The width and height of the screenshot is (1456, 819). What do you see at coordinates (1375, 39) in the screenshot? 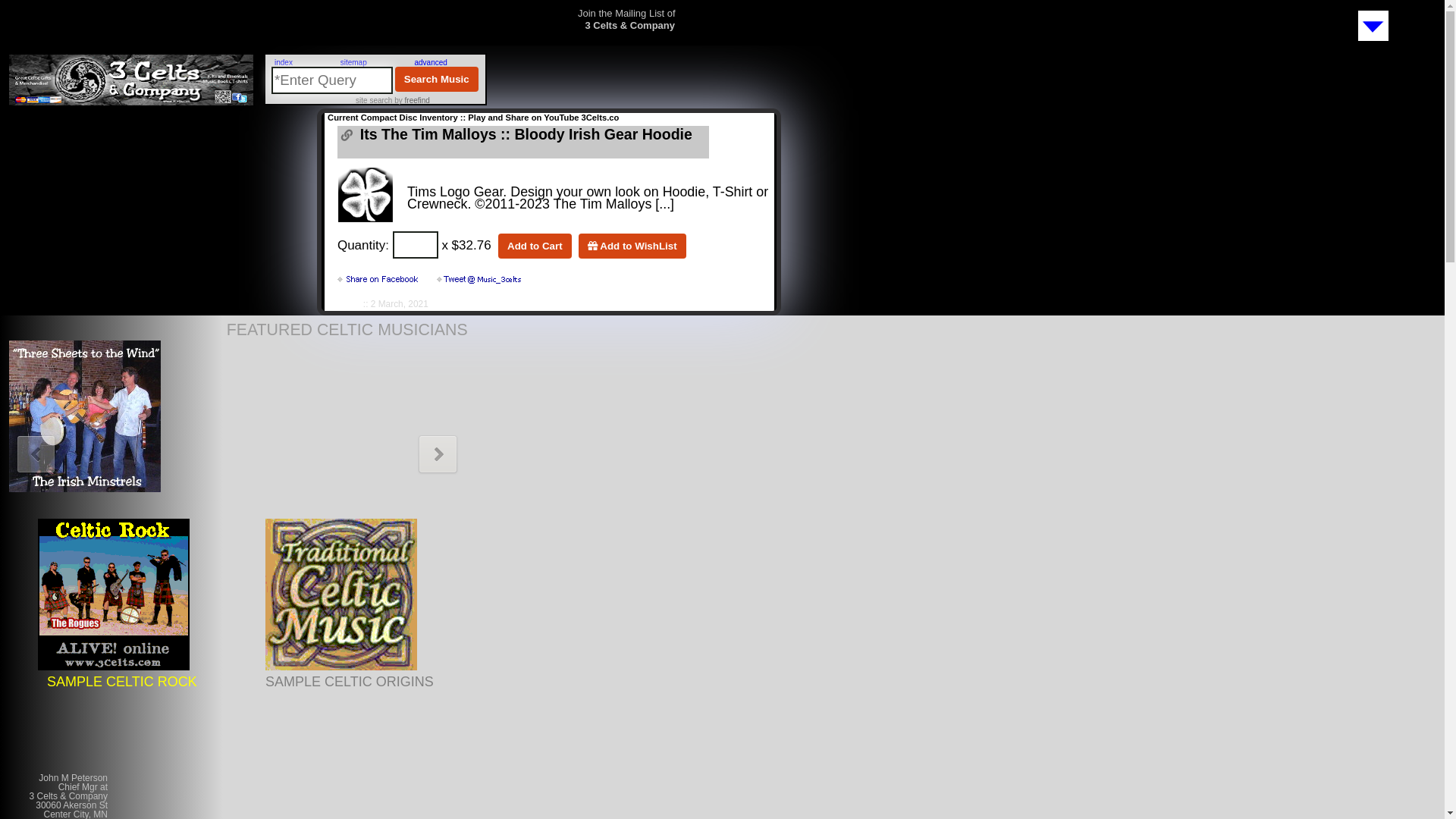
I see `'Subscribe to Mailing List'` at bounding box center [1375, 39].